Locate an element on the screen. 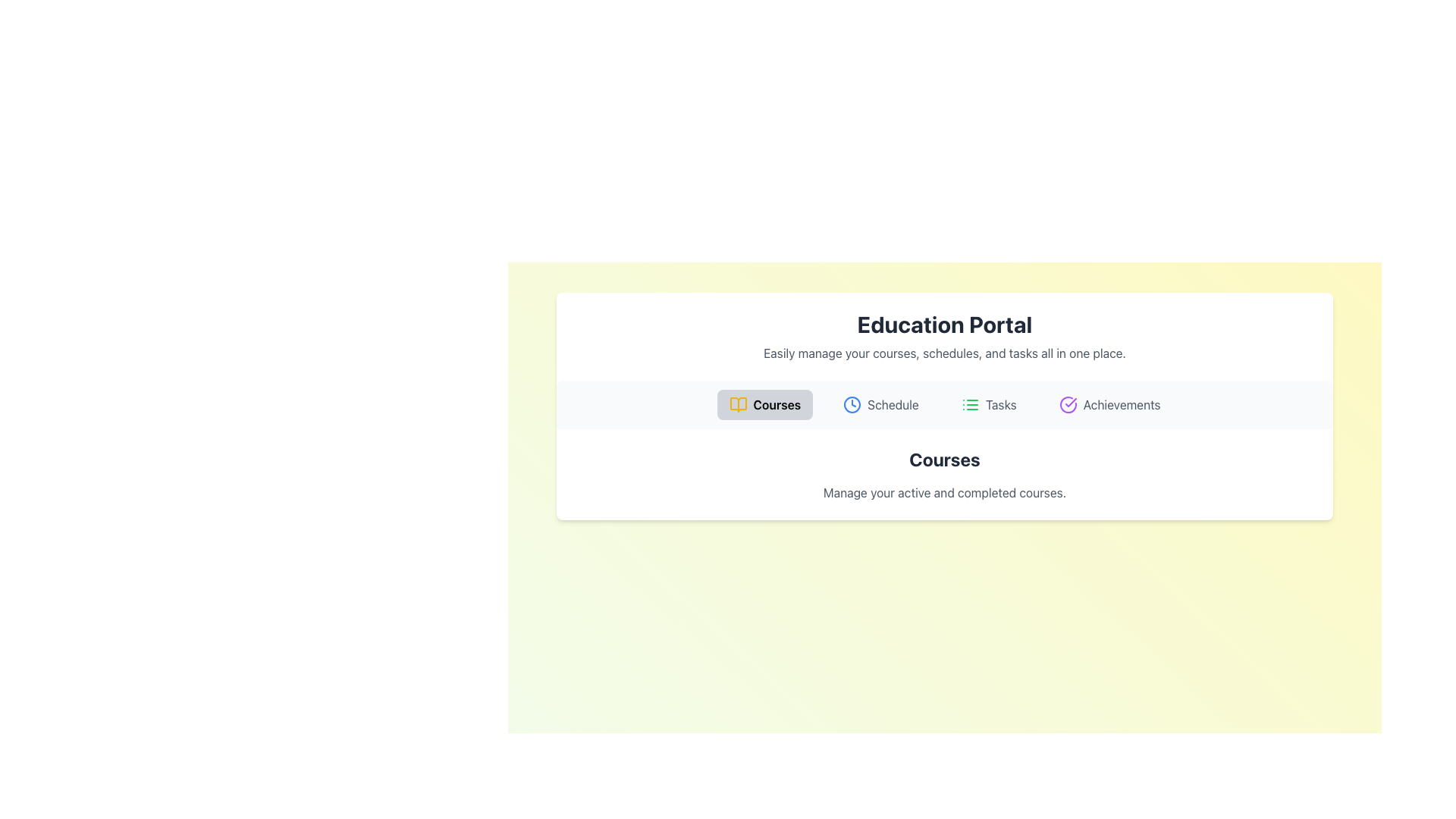 Image resolution: width=1456 pixels, height=819 pixels. the 'Courses' button is located at coordinates (764, 403).